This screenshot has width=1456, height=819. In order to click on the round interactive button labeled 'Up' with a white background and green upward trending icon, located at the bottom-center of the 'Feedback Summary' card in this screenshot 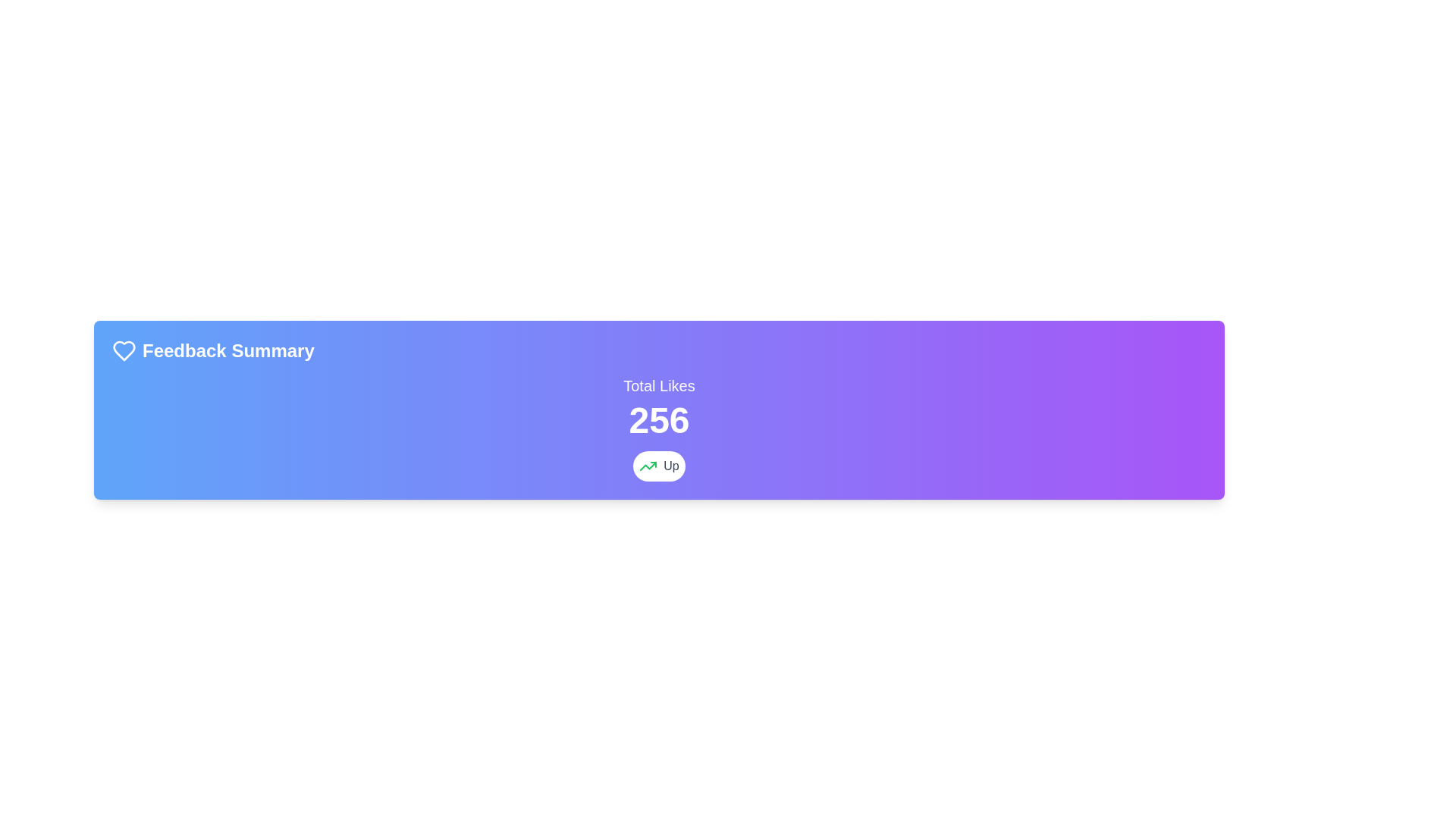, I will do `click(659, 465)`.